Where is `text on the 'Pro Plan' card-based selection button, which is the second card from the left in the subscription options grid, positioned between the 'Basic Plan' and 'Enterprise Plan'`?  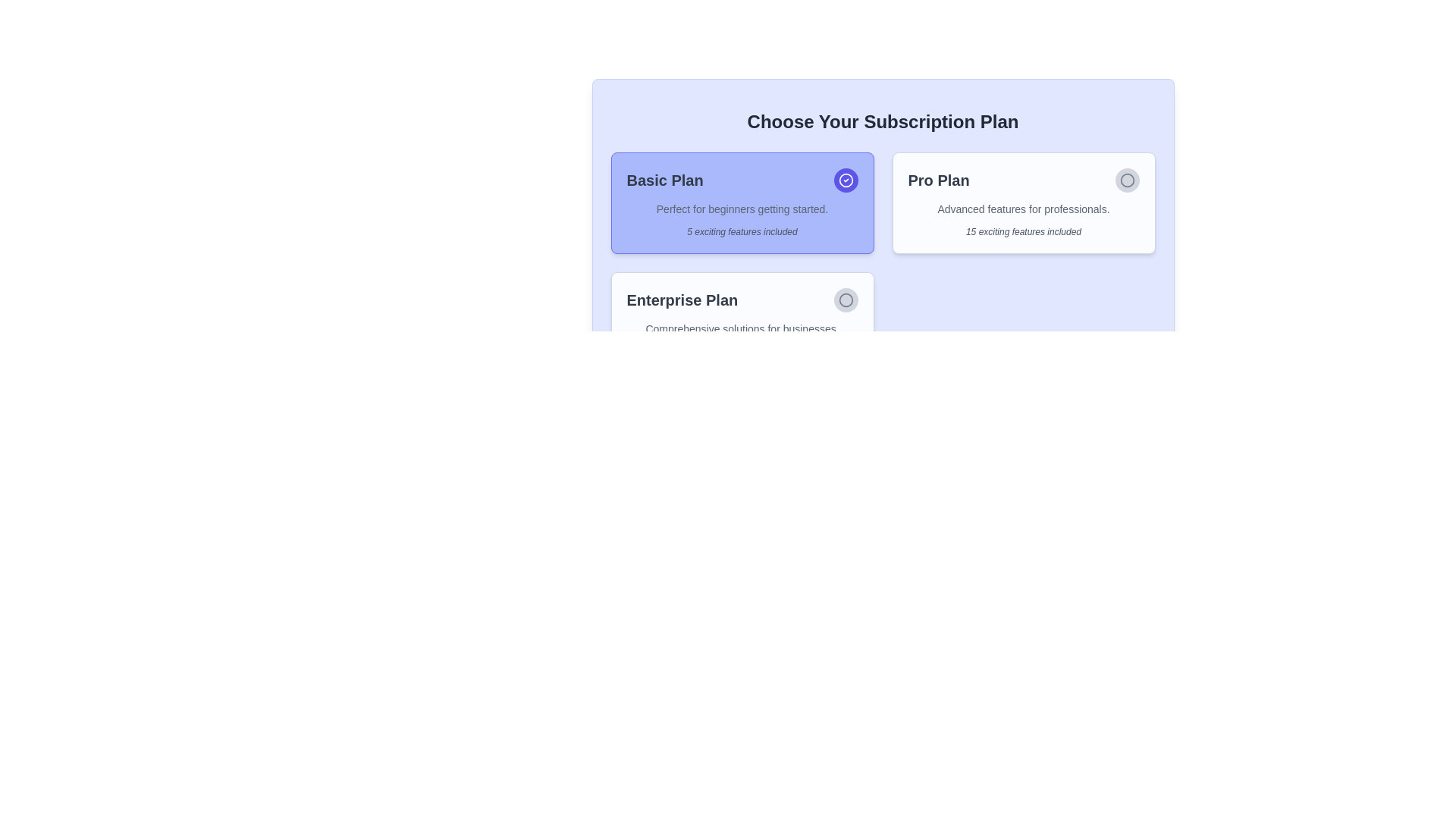
text on the 'Pro Plan' card-based selection button, which is the second card from the left in the subscription options grid, positioned between the 'Basic Plan' and 'Enterprise Plan' is located at coordinates (1023, 202).